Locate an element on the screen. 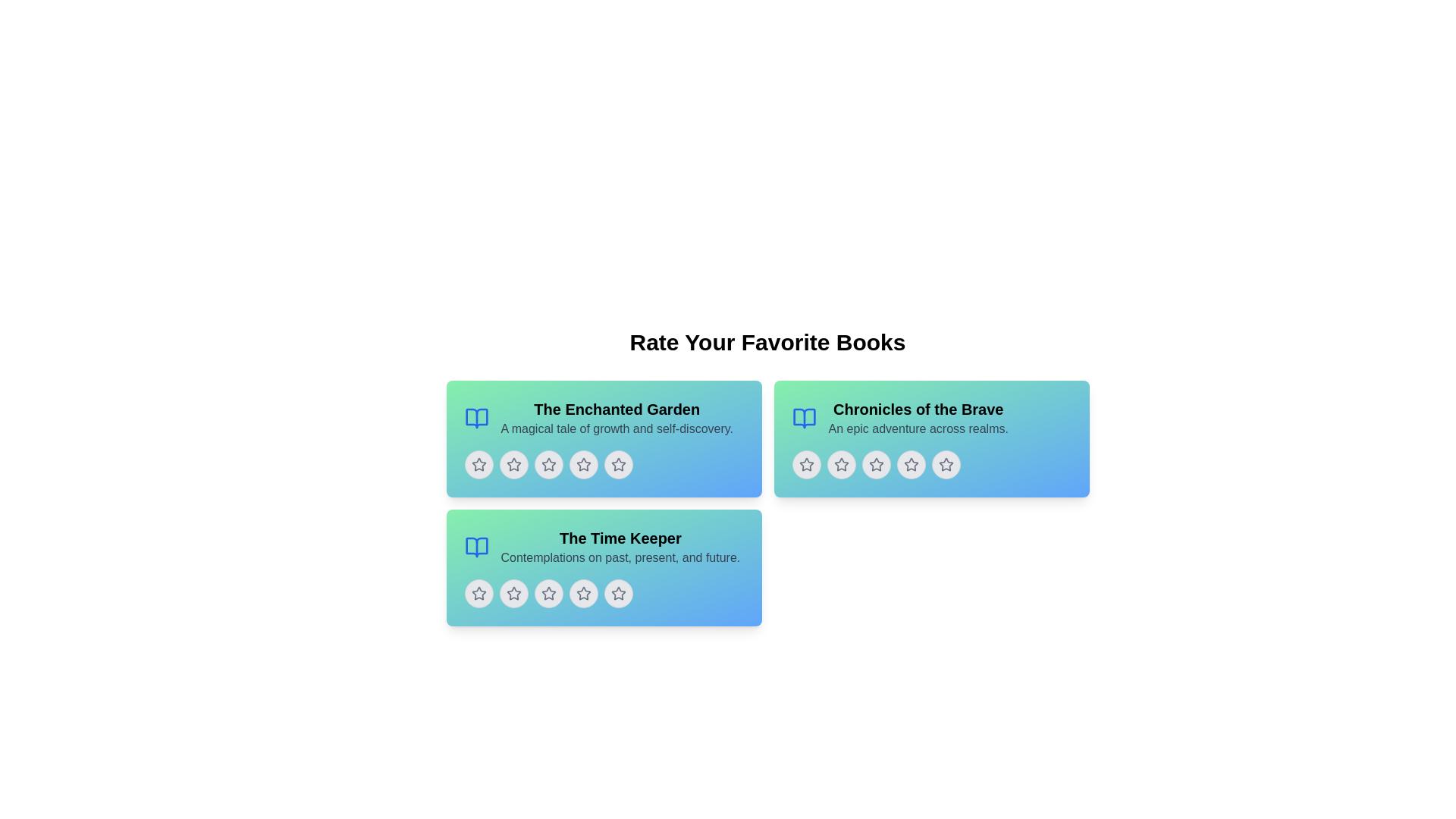  the third star button in the horizontal arrangement of rating stars below the title 'The Enchanted Garden' is located at coordinates (548, 464).